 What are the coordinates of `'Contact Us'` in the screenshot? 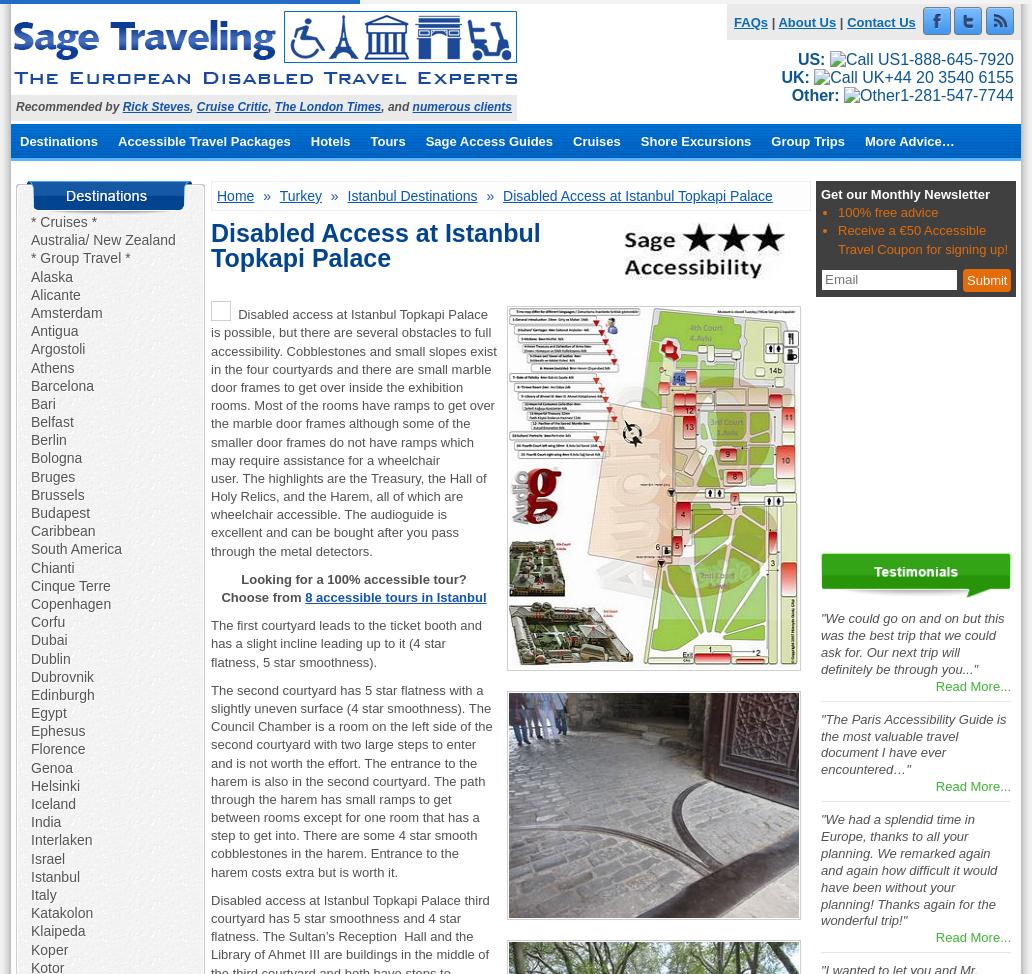 It's located at (881, 22).